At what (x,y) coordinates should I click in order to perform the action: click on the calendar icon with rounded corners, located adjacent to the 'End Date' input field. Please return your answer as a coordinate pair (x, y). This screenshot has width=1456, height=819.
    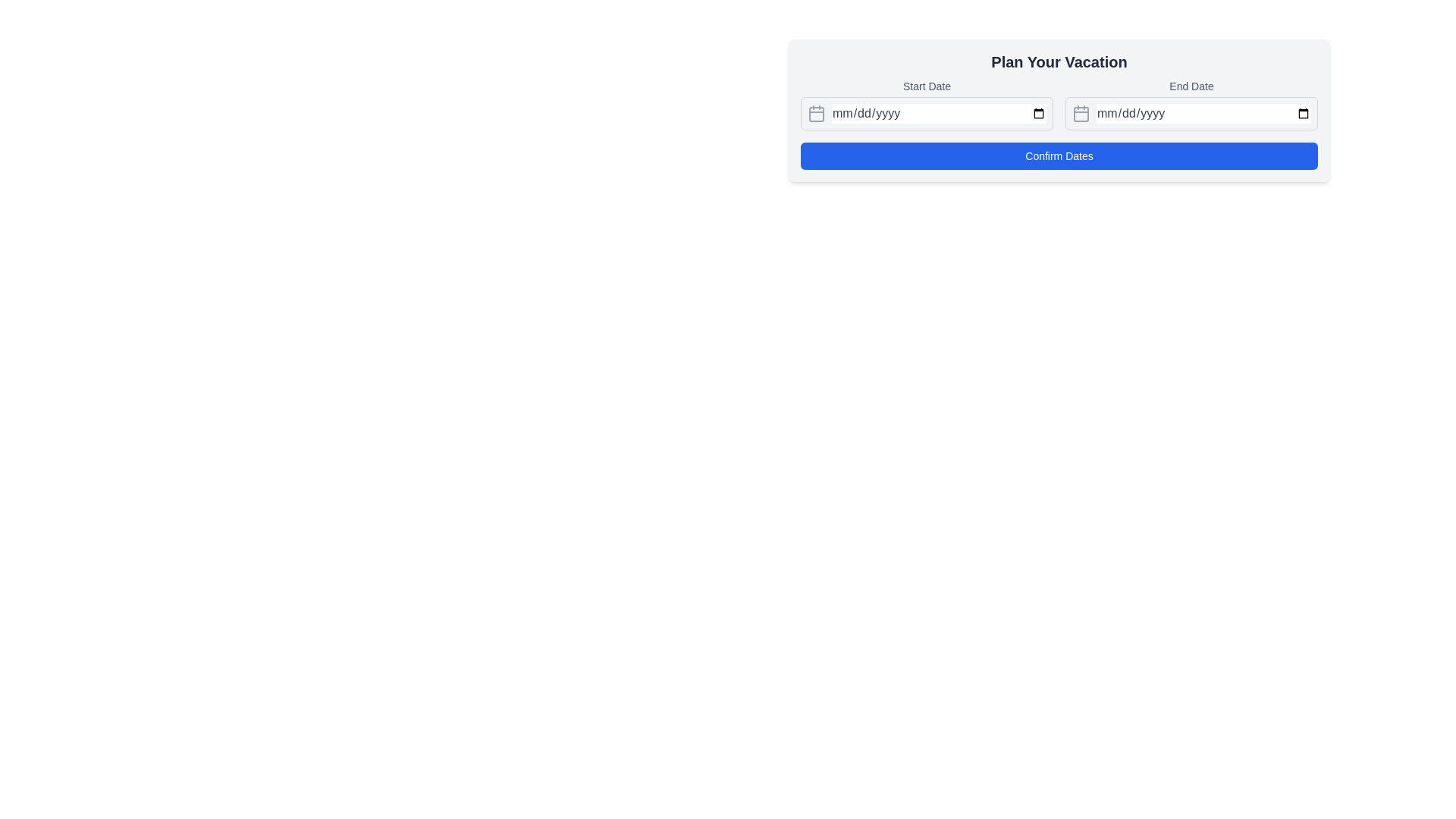
    Looking at the image, I should click on (1080, 113).